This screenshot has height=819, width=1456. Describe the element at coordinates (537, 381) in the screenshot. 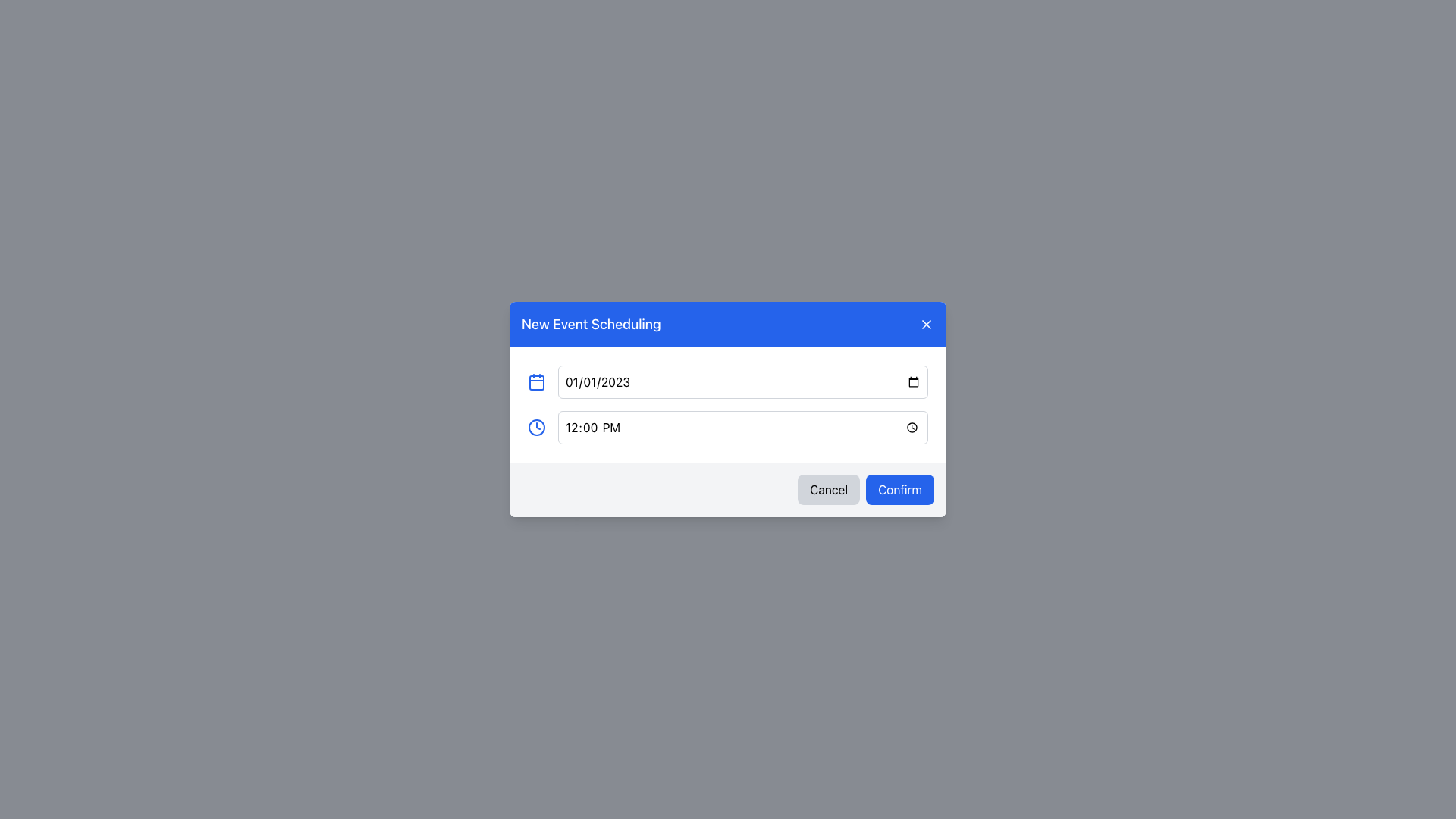

I see `the date picker icon located in the top-left corner of the card layout, which serves as a visual indicator for the date picker input` at that location.